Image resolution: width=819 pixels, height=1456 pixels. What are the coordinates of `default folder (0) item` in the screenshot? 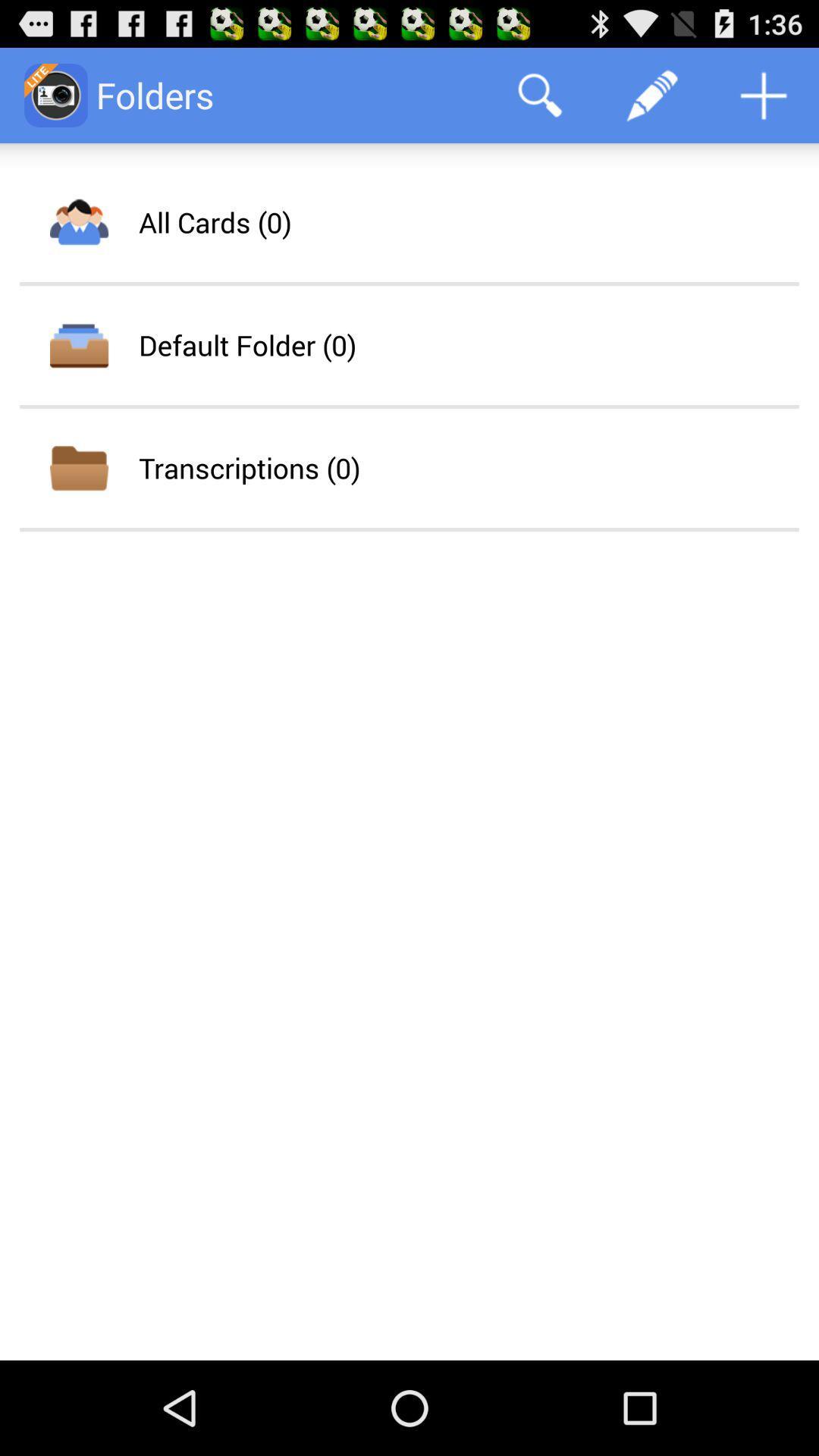 It's located at (246, 344).